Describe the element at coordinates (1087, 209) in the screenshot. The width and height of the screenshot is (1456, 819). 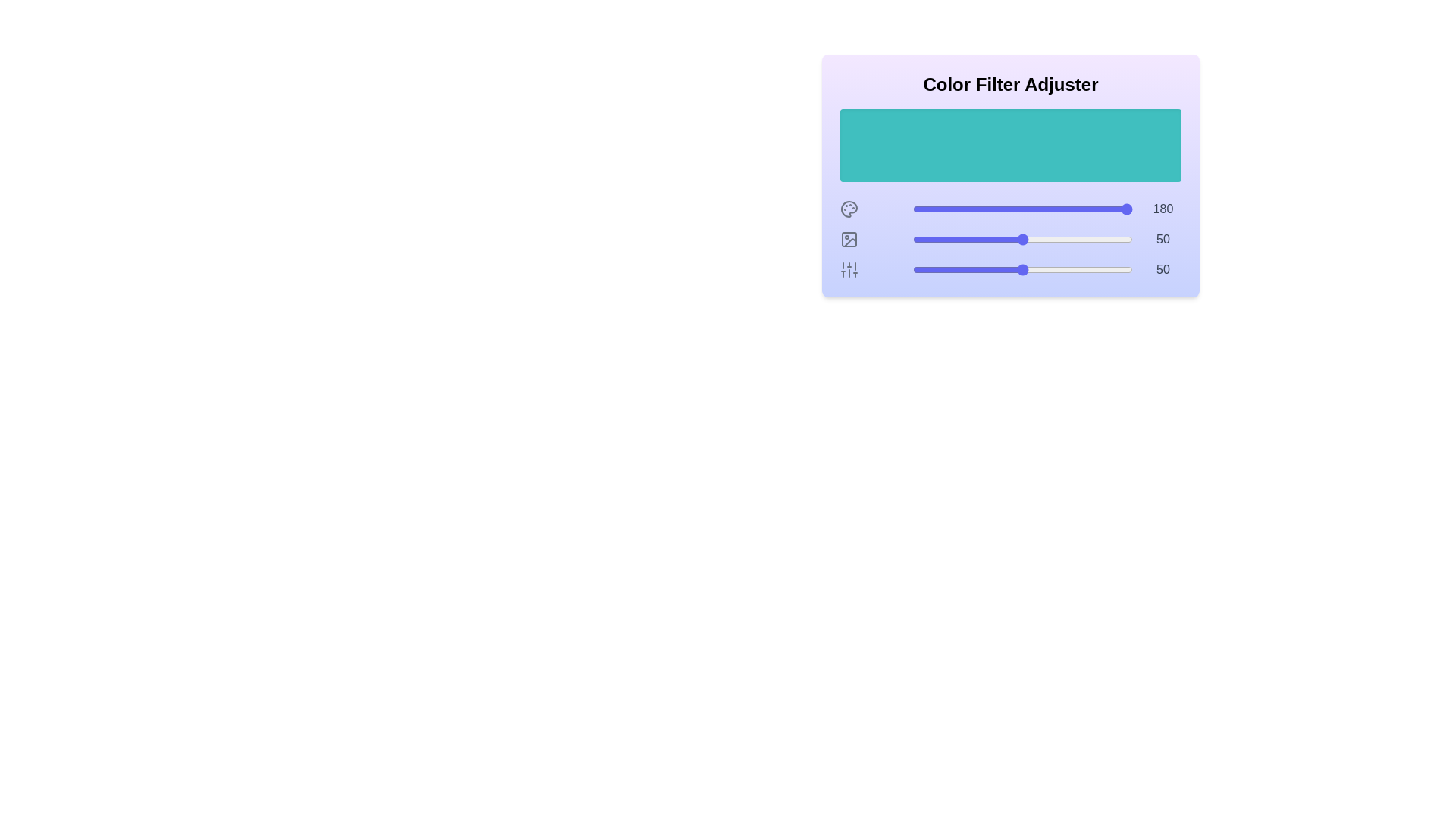
I see `the Hue slider to a value of 80` at that location.